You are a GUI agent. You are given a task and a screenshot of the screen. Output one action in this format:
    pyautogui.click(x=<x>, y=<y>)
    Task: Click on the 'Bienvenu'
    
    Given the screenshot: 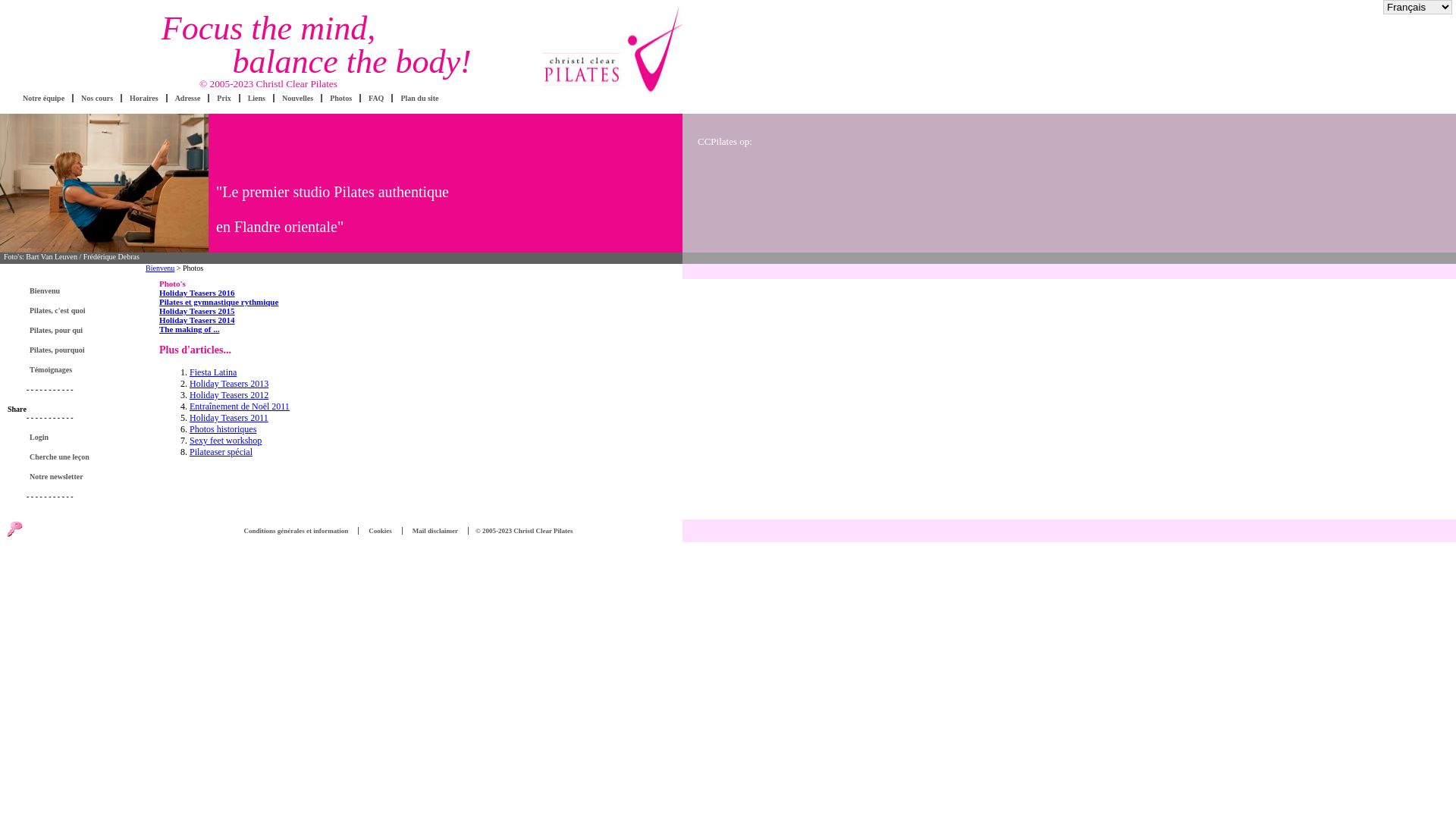 What is the action you would take?
    pyautogui.click(x=44, y=290)
    